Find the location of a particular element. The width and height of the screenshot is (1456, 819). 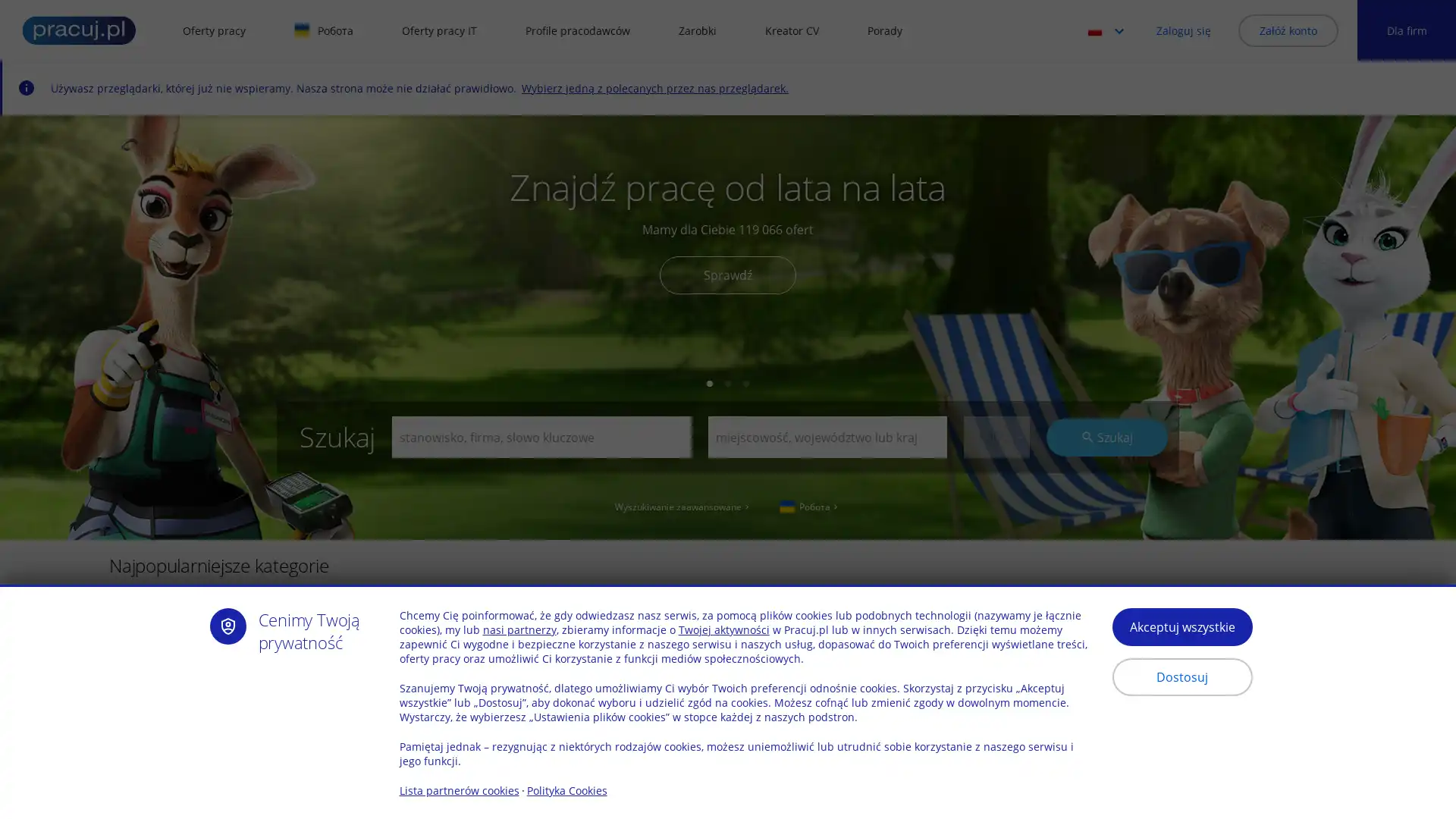

OSTATNIO OGLADANE is located at coordinates (194, 745).